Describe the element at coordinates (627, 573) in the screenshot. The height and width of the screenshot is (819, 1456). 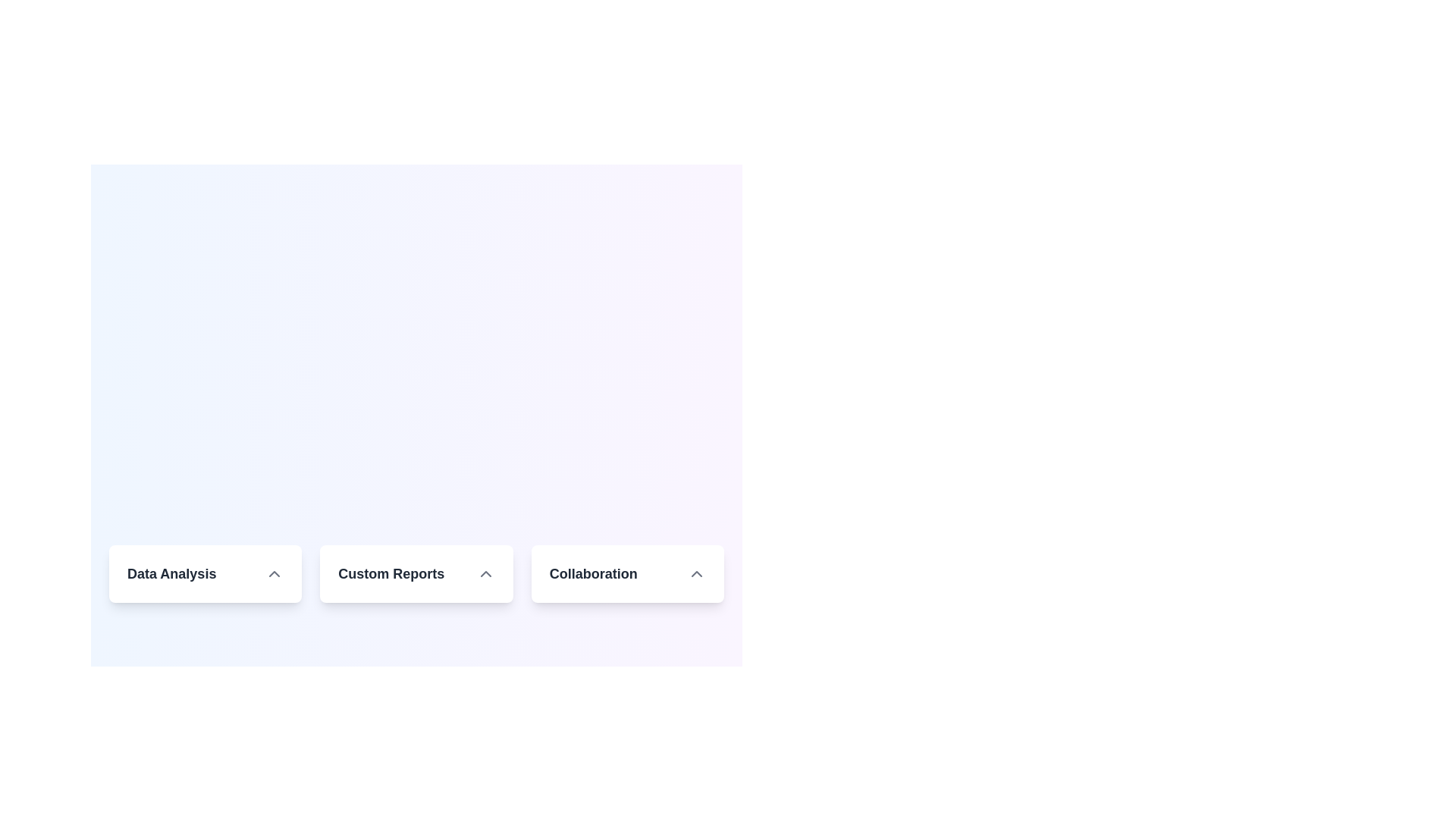
I see `the third button in the row of collaboration buttons` at that location.